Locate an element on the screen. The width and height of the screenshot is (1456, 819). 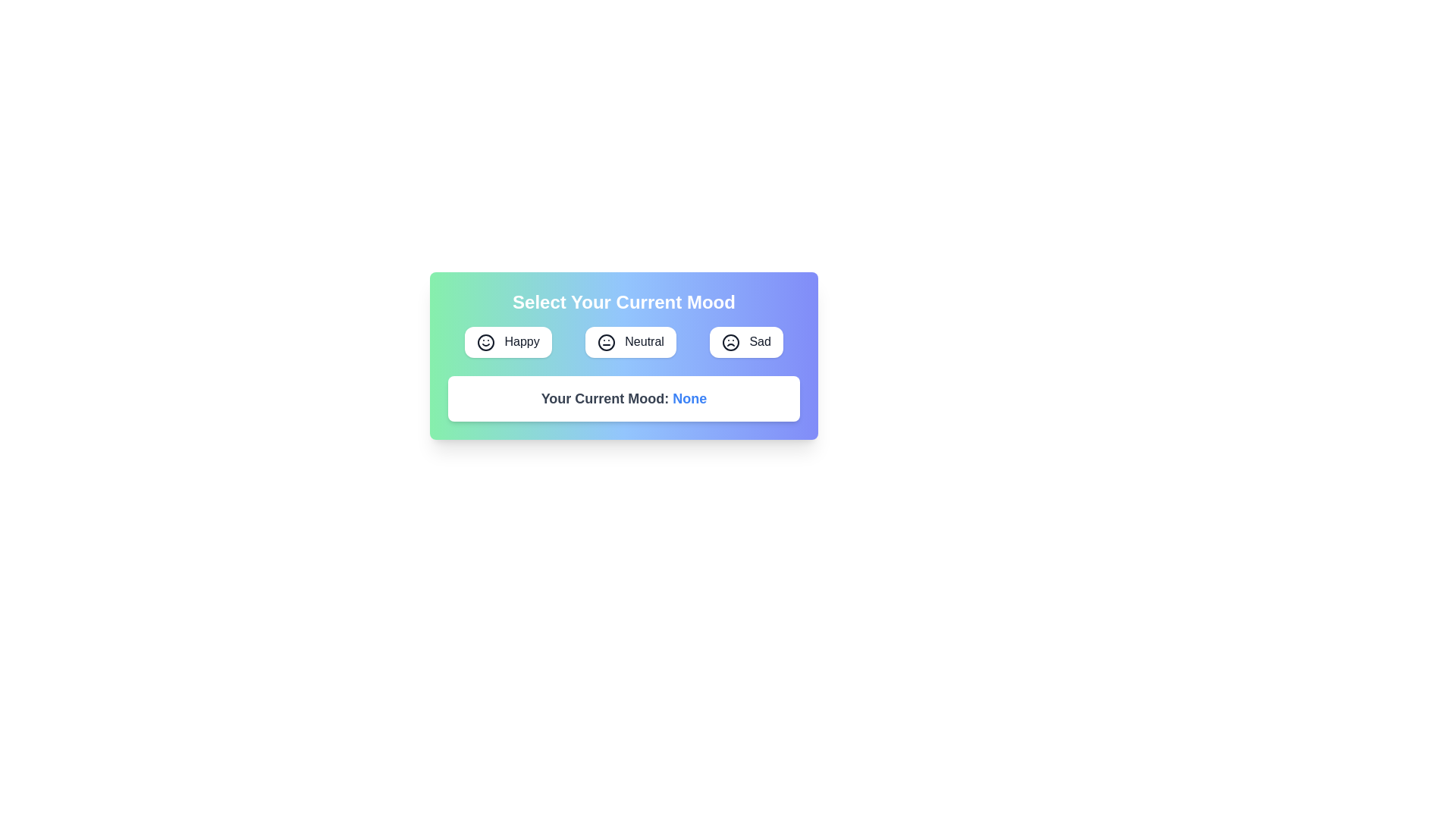
the 'Neutral' mood button in the mood selection interface is located at coordinates (630, 342).